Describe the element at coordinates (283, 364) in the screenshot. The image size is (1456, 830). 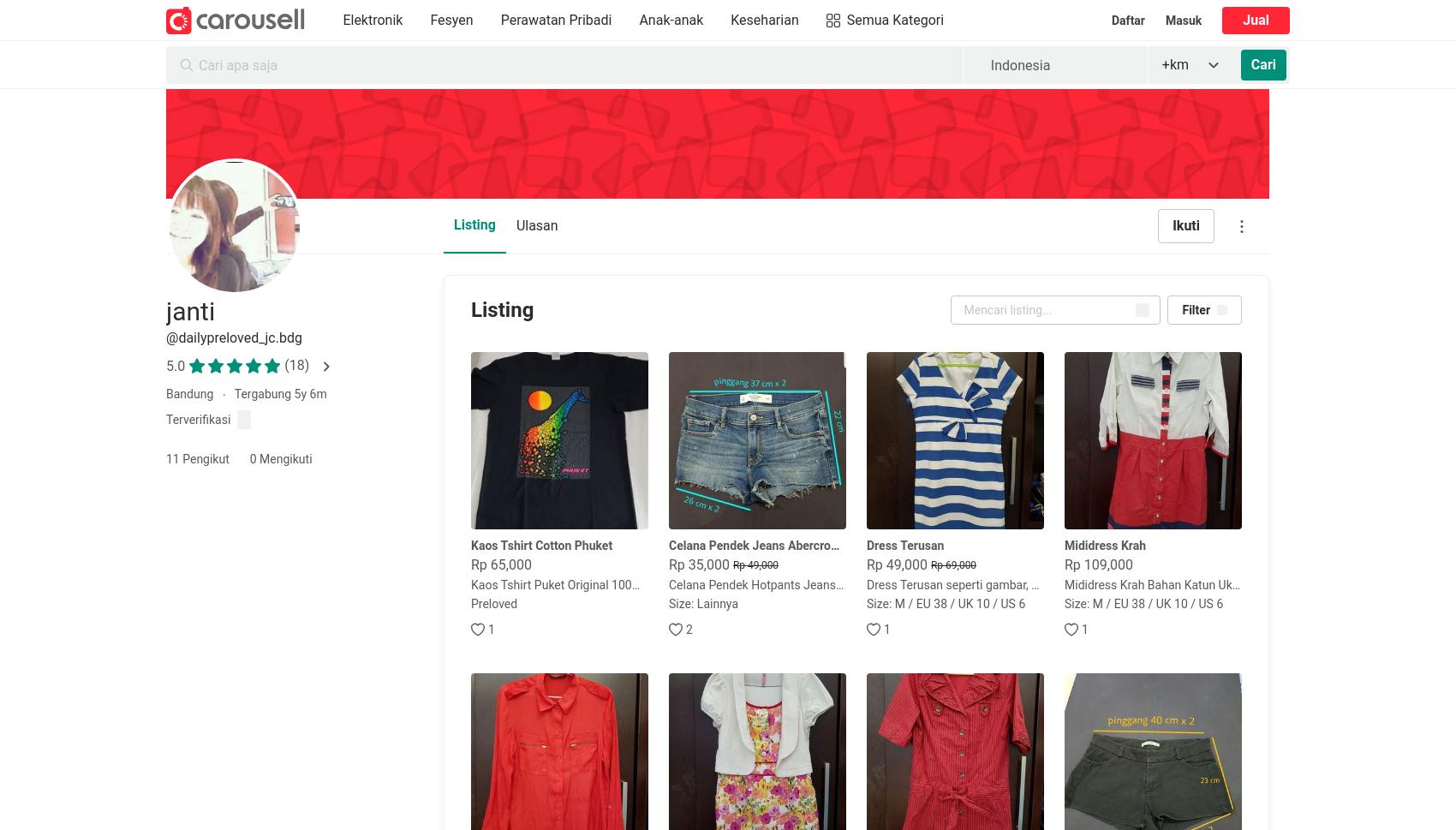
I see `'(18)'` at that location.